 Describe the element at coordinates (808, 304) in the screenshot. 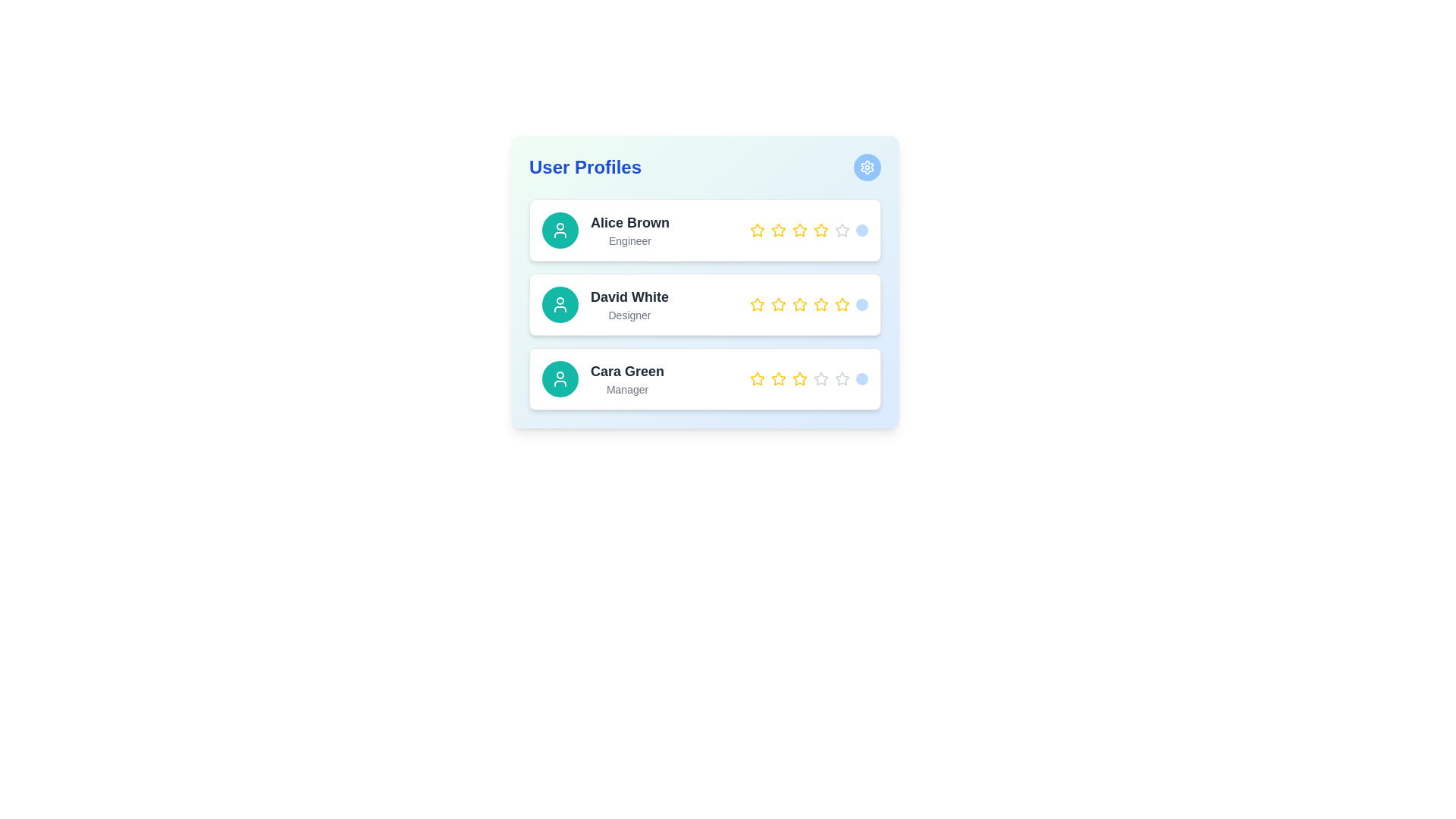

I see `the rating system indicator for 'David White' to rate a star` at that location.